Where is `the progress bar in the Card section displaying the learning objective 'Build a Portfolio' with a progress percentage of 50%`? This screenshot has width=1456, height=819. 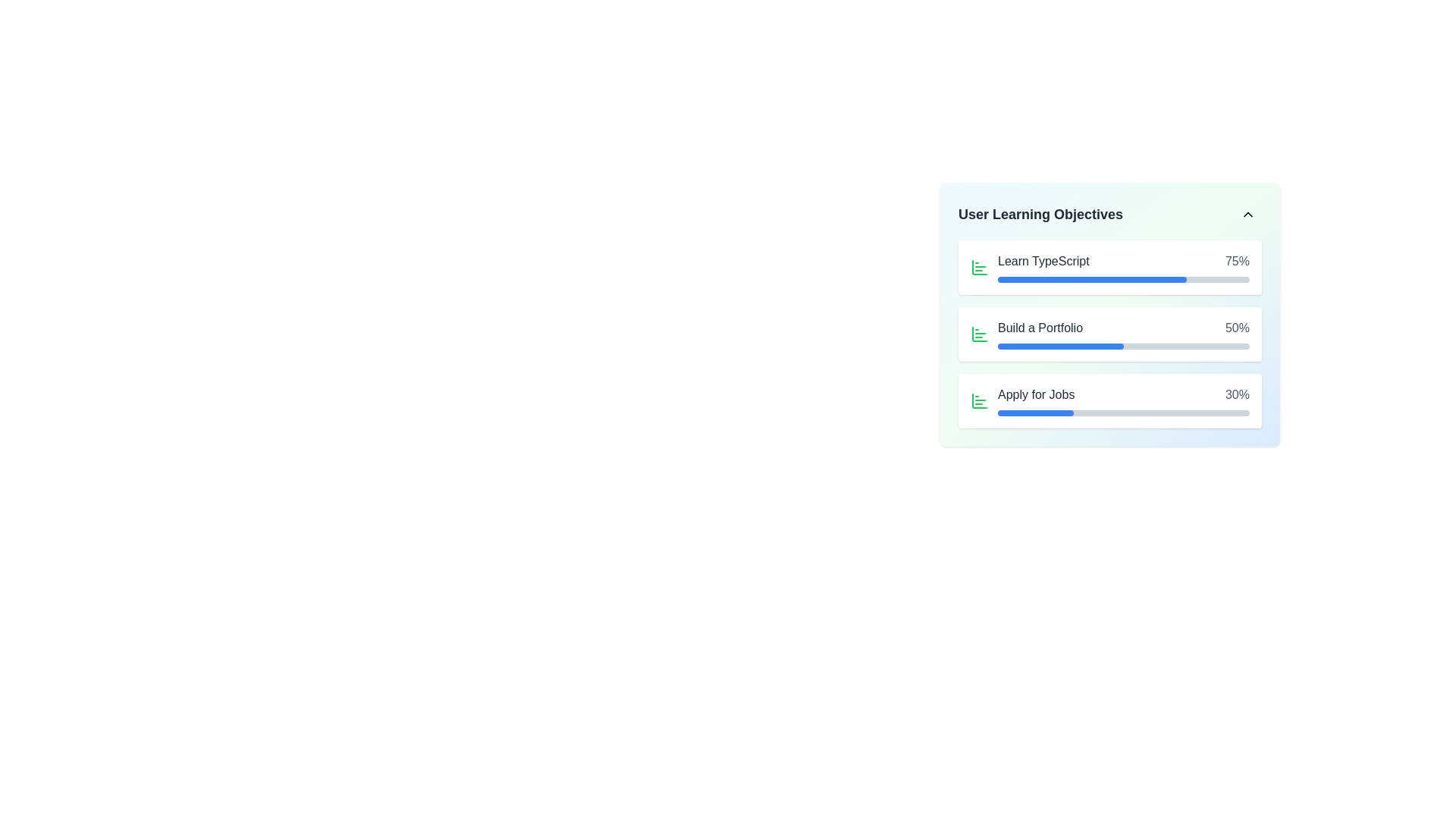 the progress bar in the Card section displaying the learning objective 'Build a Portfolio' with a progress percentage of 50% is located at coordinates (1110, 314).